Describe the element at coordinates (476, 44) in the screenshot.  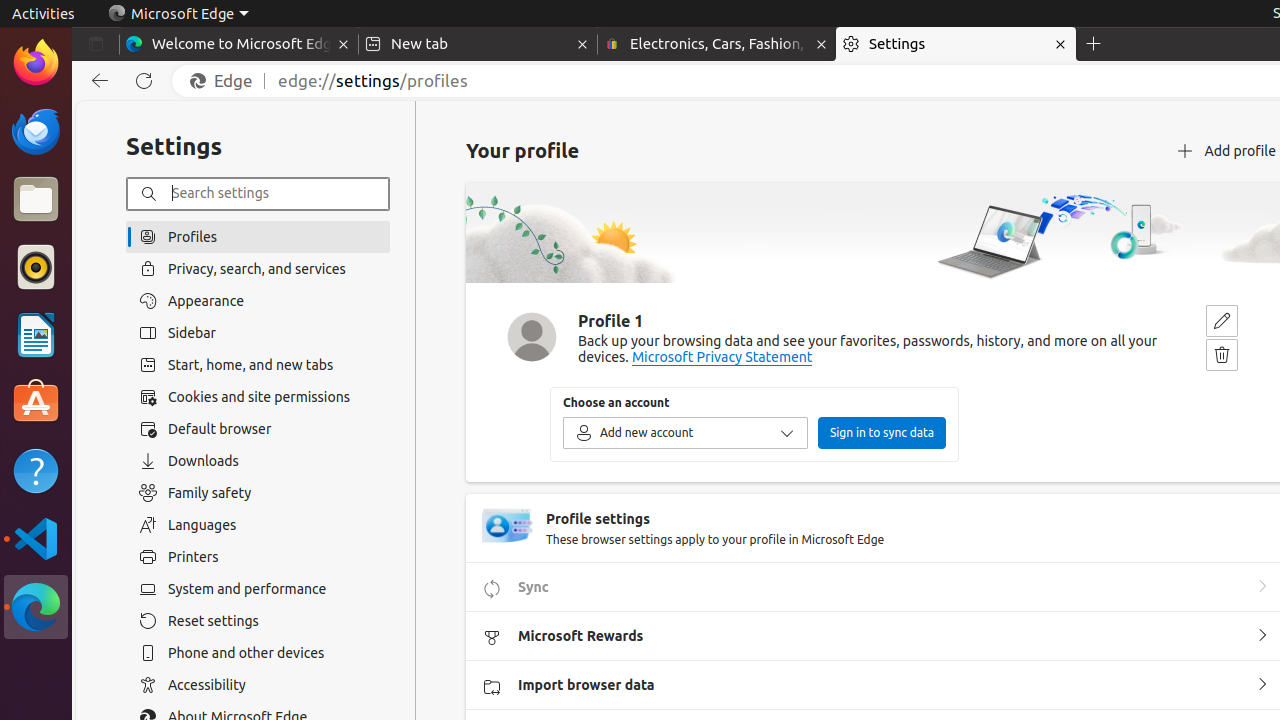
I see `'New tab'` at that location.